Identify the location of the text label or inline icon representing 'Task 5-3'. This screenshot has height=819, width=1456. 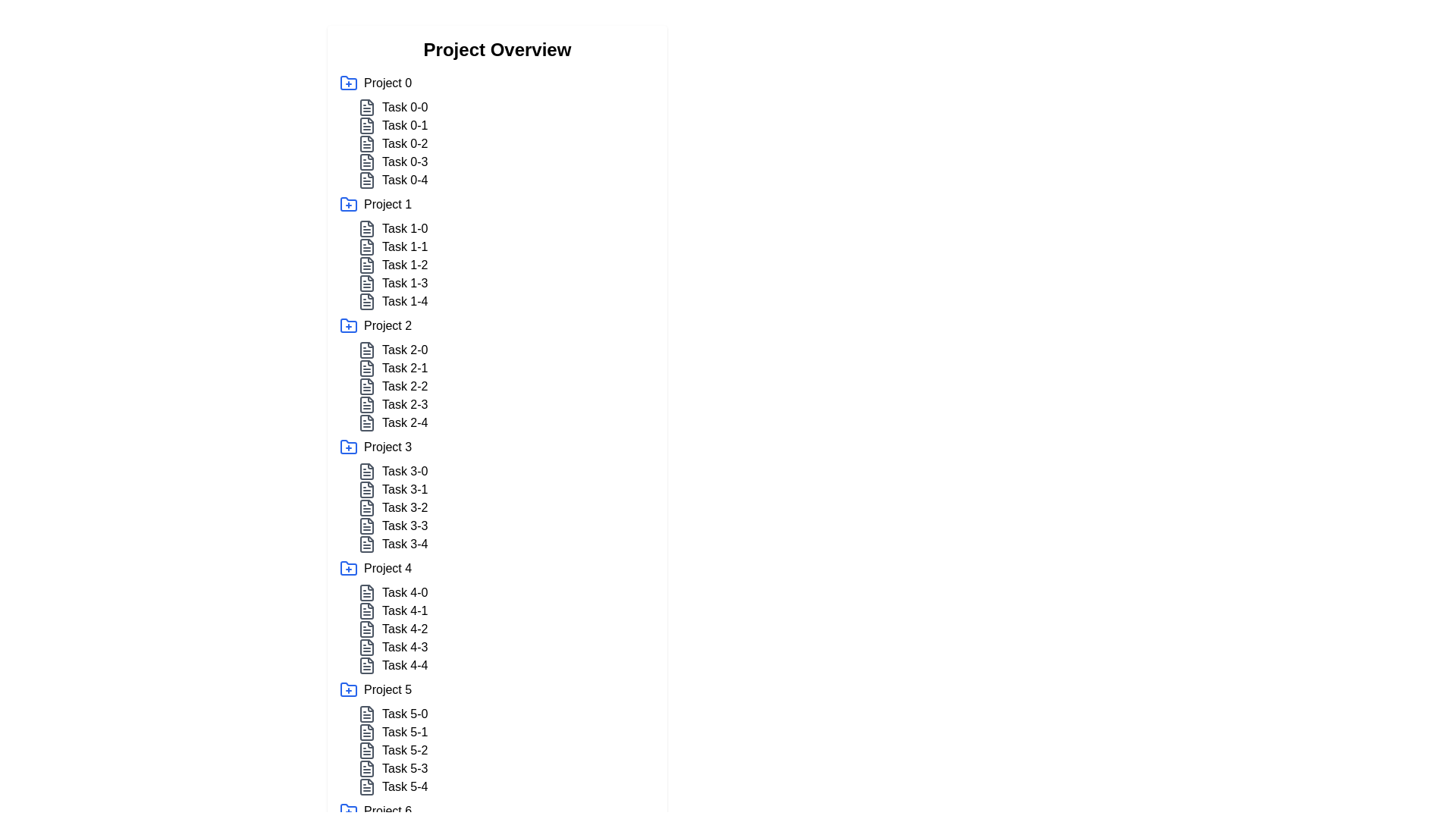
(404, 769).